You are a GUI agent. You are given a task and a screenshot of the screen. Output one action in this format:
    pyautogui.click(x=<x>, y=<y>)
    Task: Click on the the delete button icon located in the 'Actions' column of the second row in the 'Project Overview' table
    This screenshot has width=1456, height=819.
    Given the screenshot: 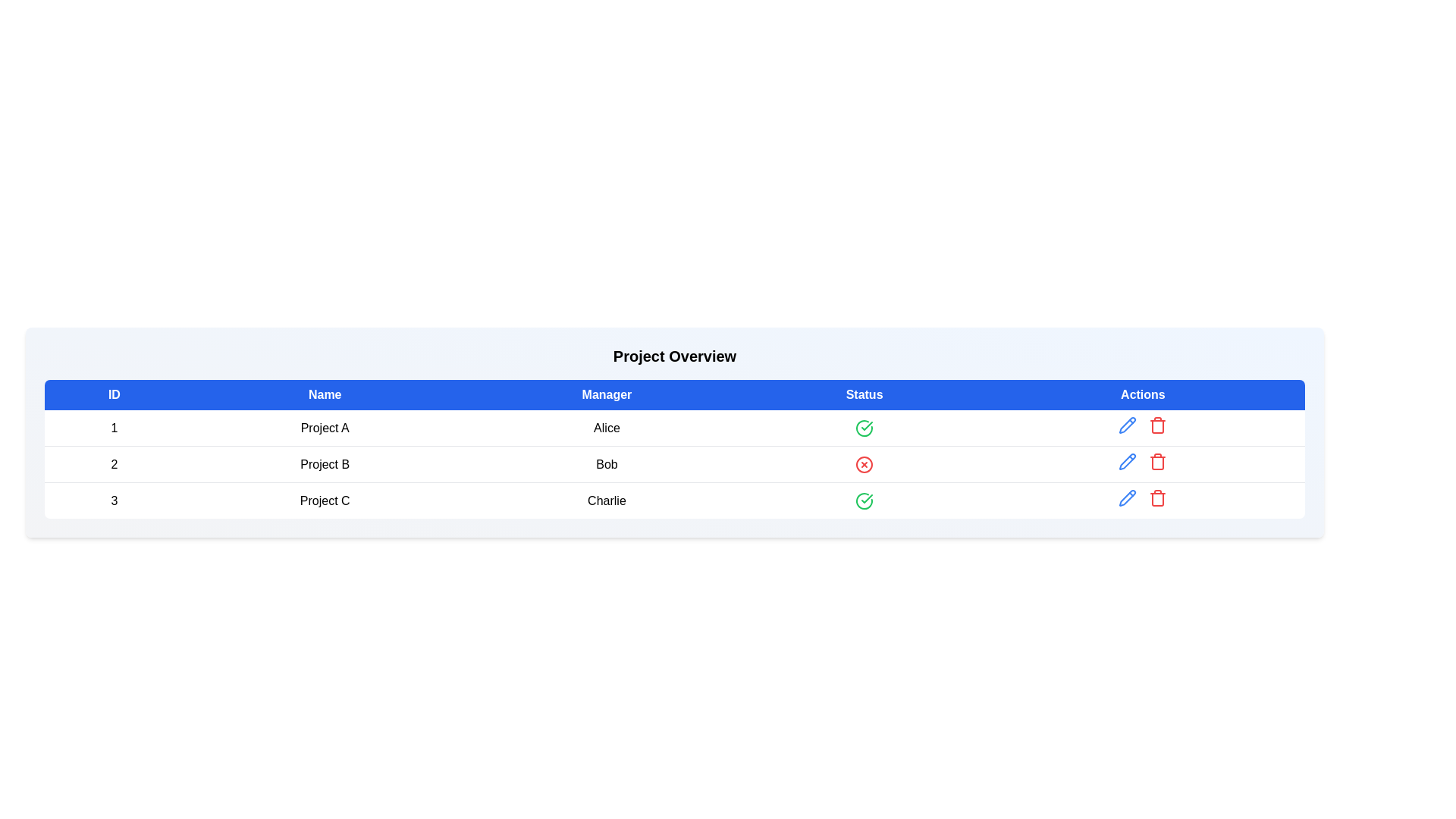 What is the action you would take?
    pyautogui.click(x=1157, y=425)
    